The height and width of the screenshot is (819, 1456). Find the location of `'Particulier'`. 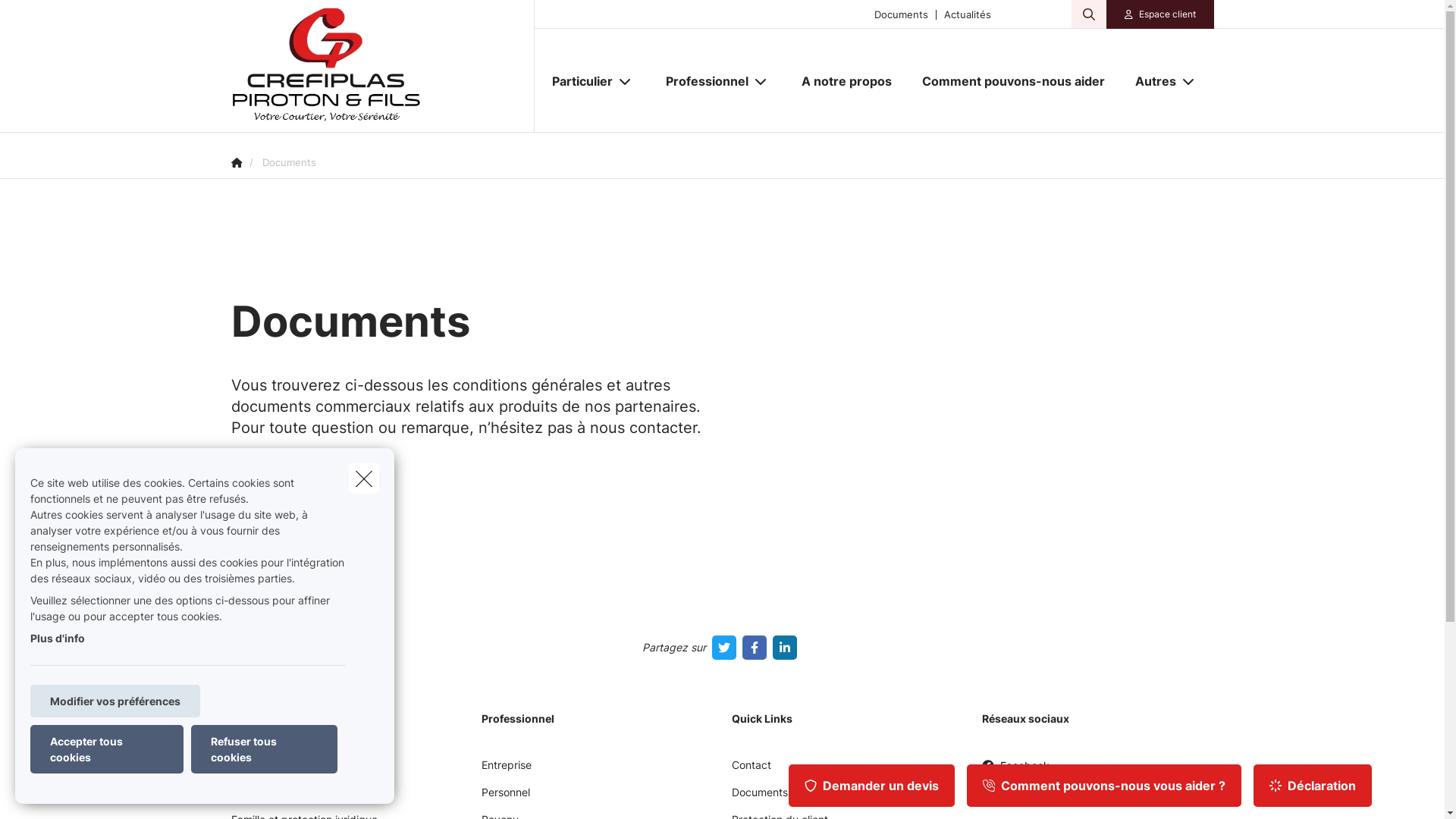

'Particulier' is located at coordinates (537, 81).